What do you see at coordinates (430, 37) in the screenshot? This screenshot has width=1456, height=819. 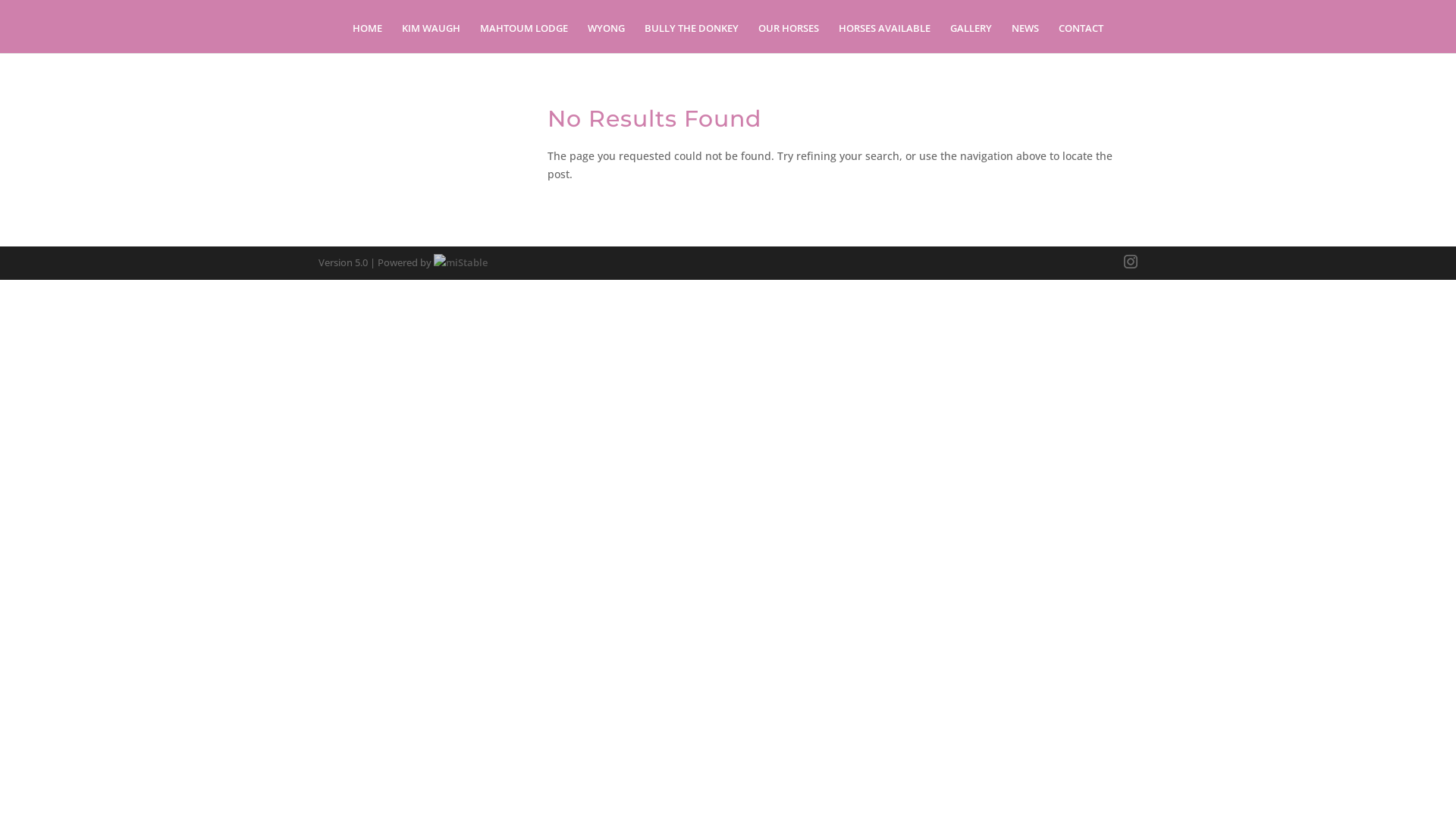 I see `'KIM WAUGH'` at bounding box center [430, 37].